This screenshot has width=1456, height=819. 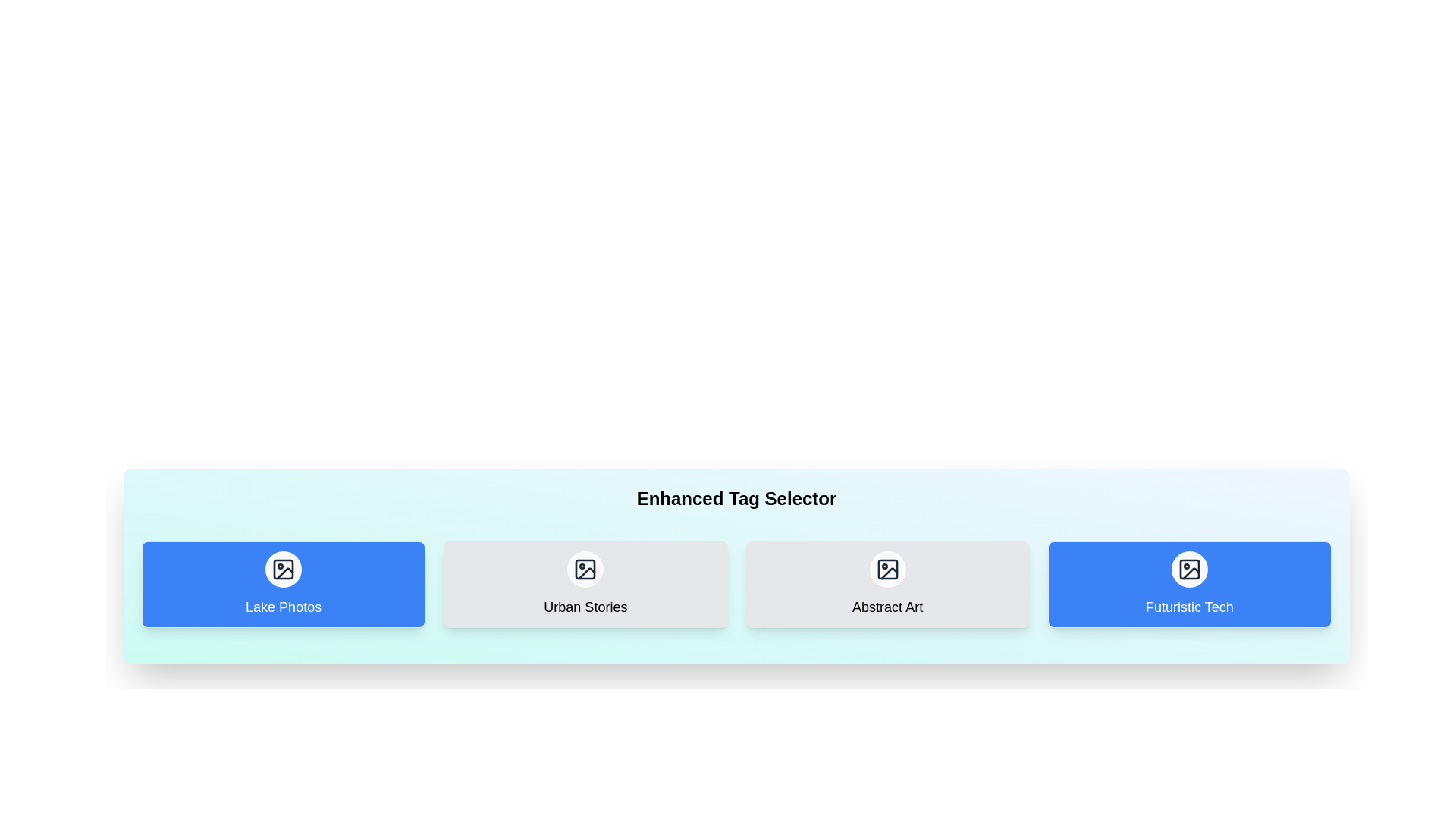 I want to click on the tag identified by Urban Stories, so click(x=585, y=584).